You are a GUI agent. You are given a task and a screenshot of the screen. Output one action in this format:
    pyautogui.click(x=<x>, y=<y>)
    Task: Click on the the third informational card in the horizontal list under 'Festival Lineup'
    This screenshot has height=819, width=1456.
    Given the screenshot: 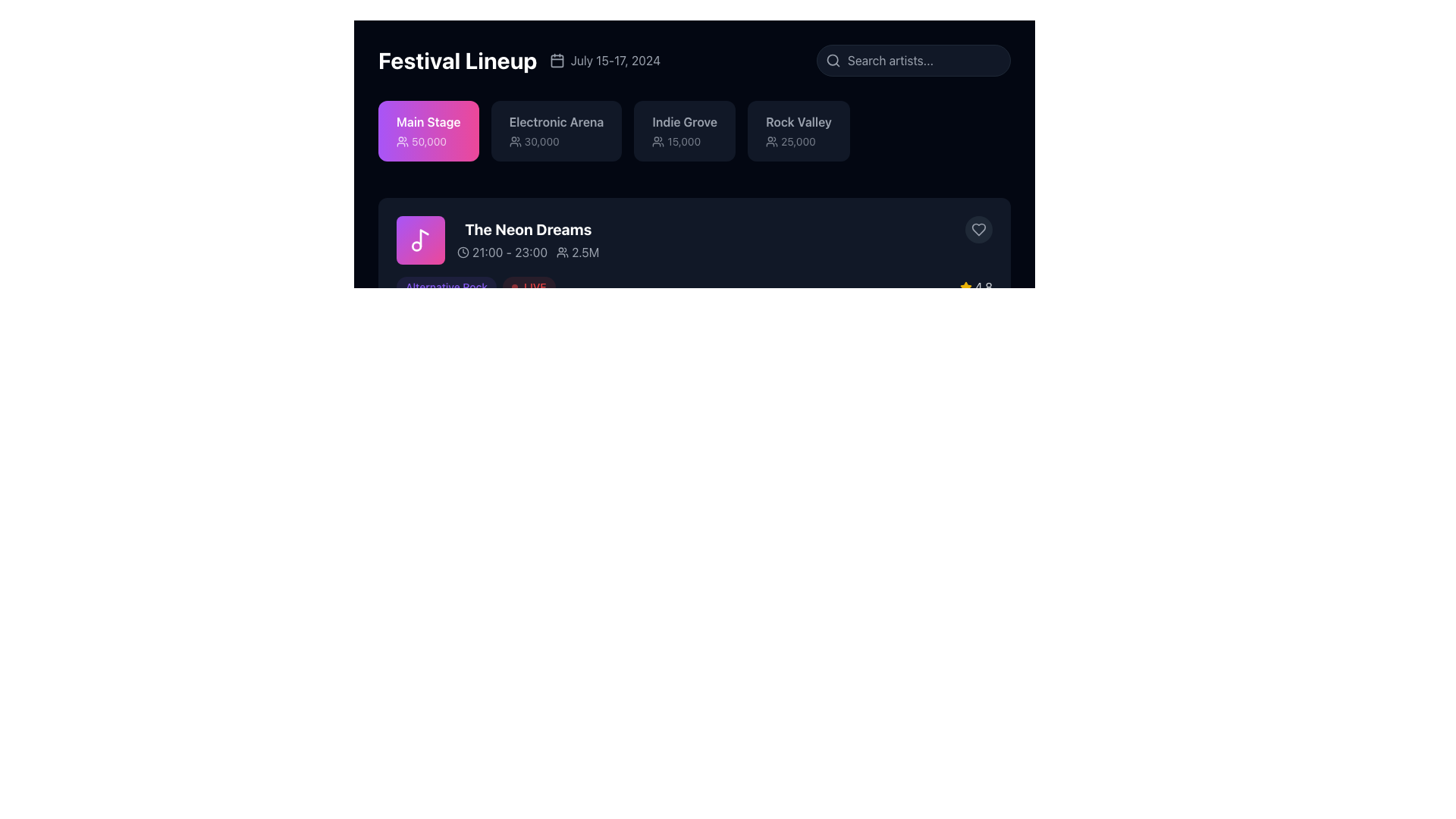 What is the action you would take?
    pyautogui.click(x=694, y=137)
    